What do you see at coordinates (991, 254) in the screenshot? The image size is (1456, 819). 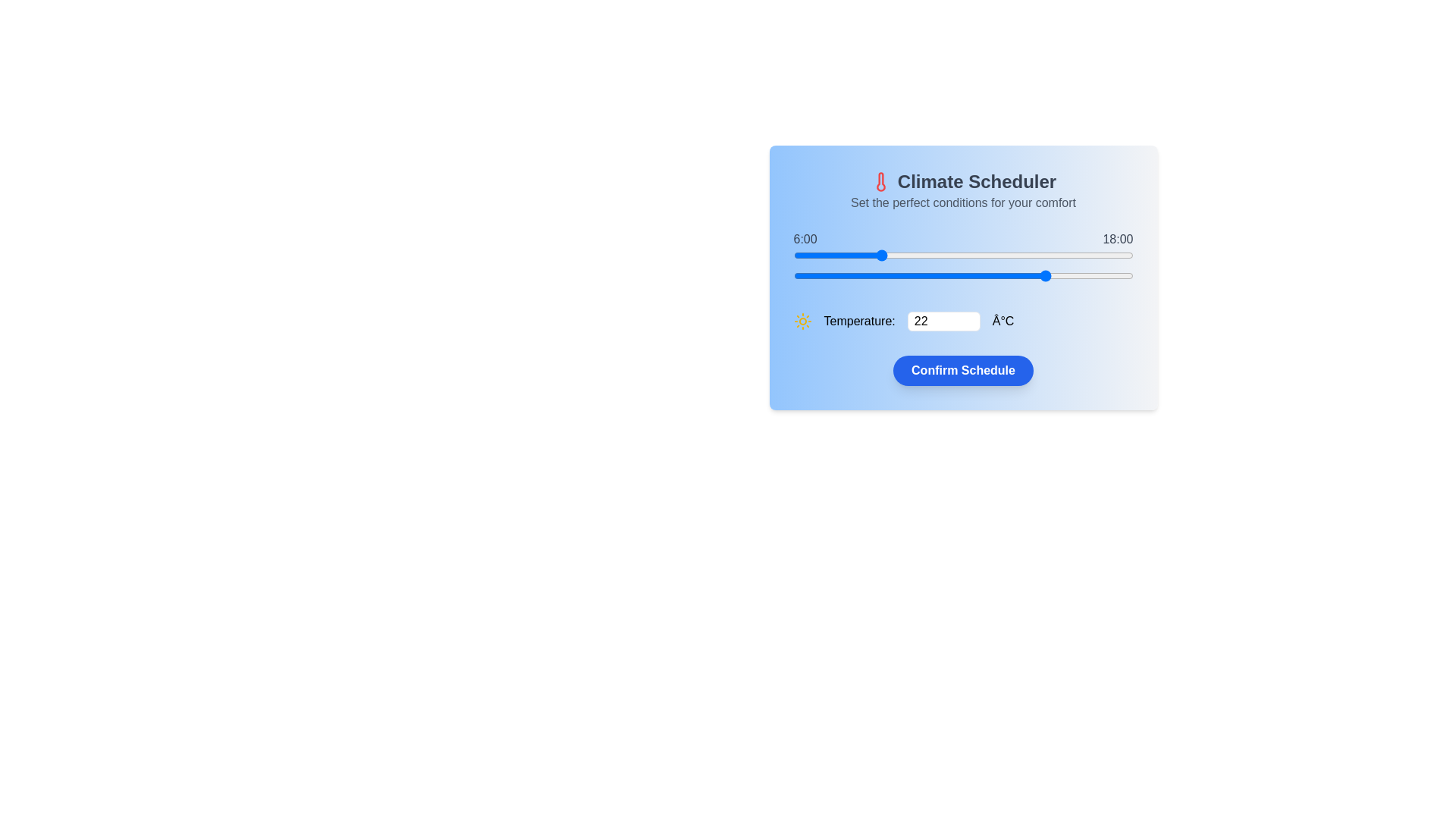 I see `the time on the slider` at bounding box center [991, 254].